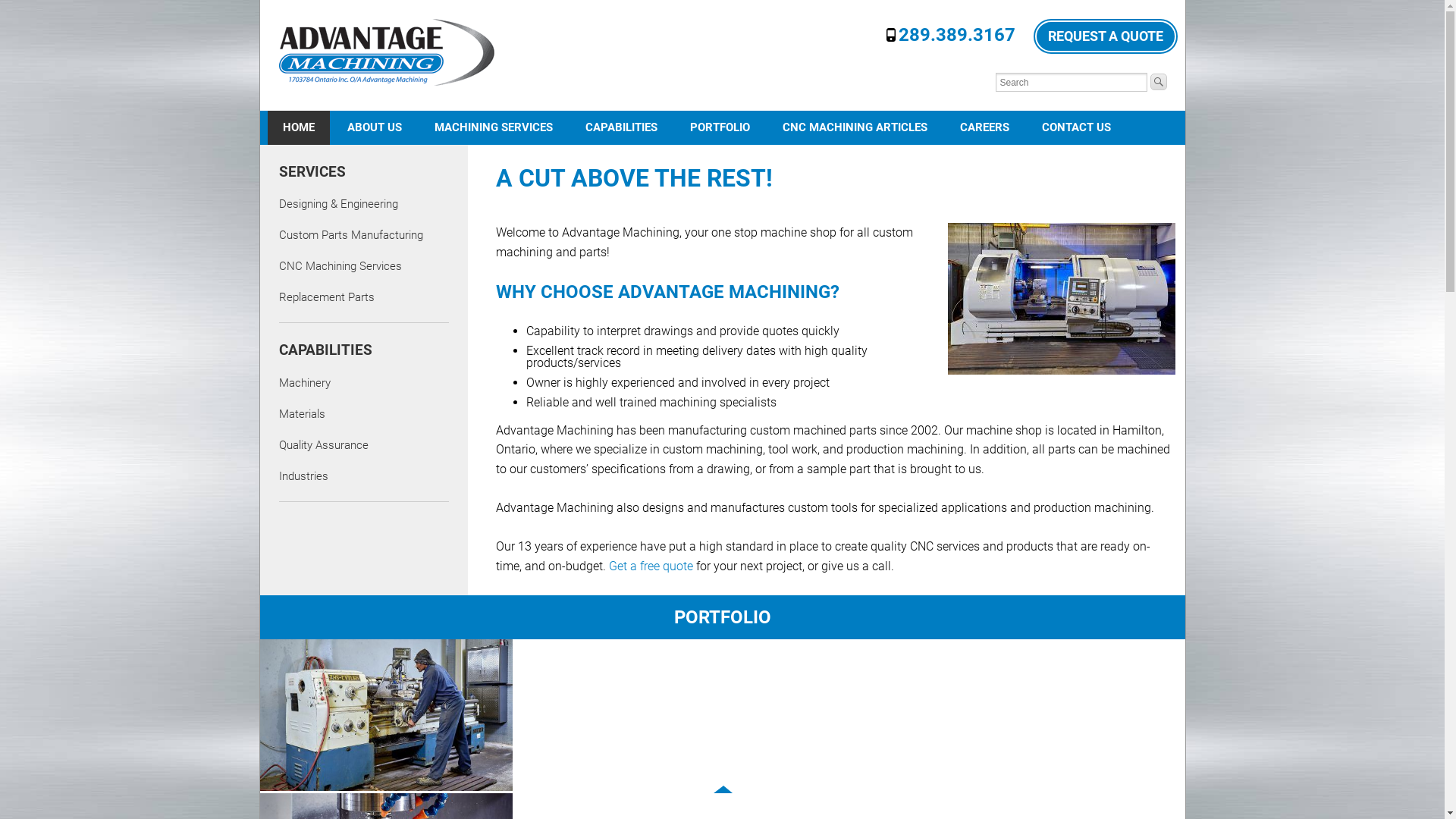 The height and width of the screenshot is (819, 1456). Describe the element at coordinates (304, 382) in the screenshot. I see `'Machinery'` at that location.